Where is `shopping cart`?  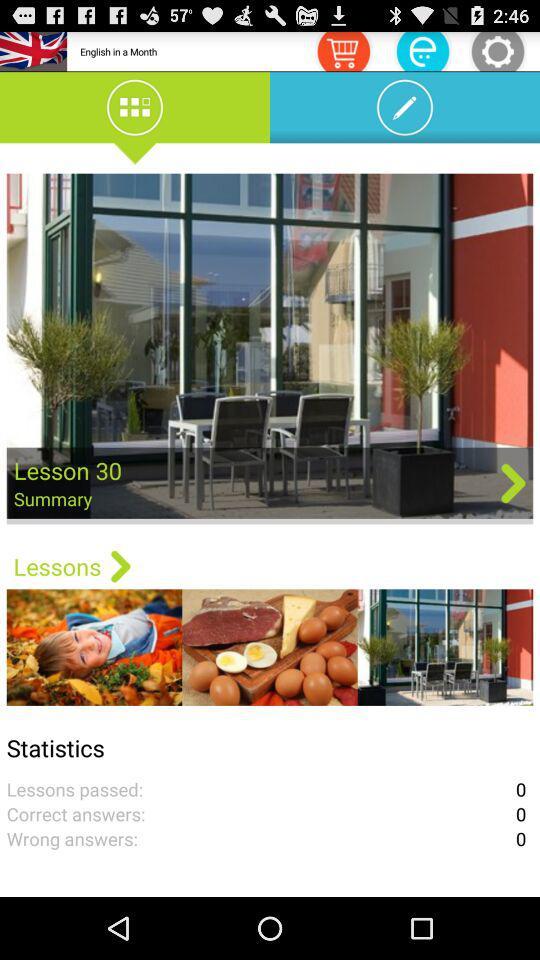 shopping cart is located at coordinates (342, 50).